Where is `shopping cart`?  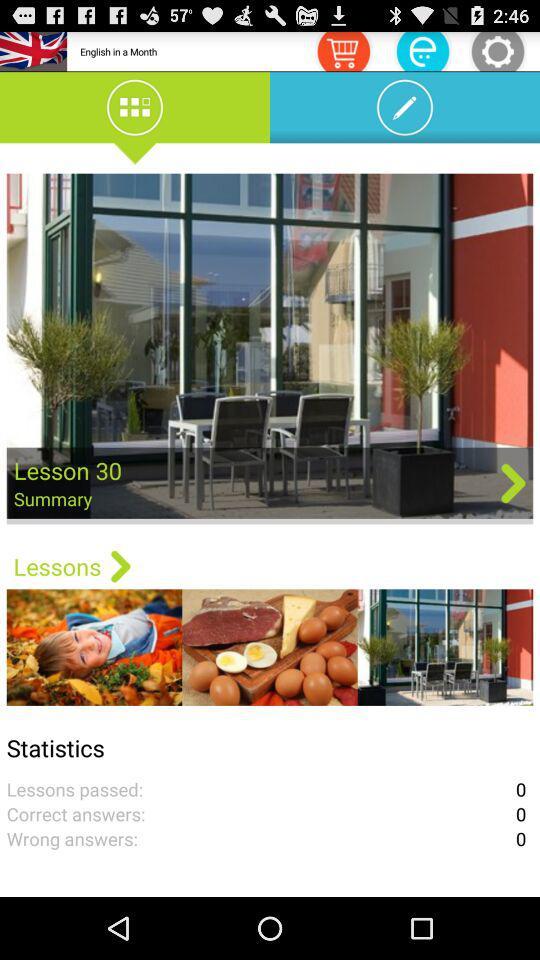 shopping cart is located at coordinates (342, 50).